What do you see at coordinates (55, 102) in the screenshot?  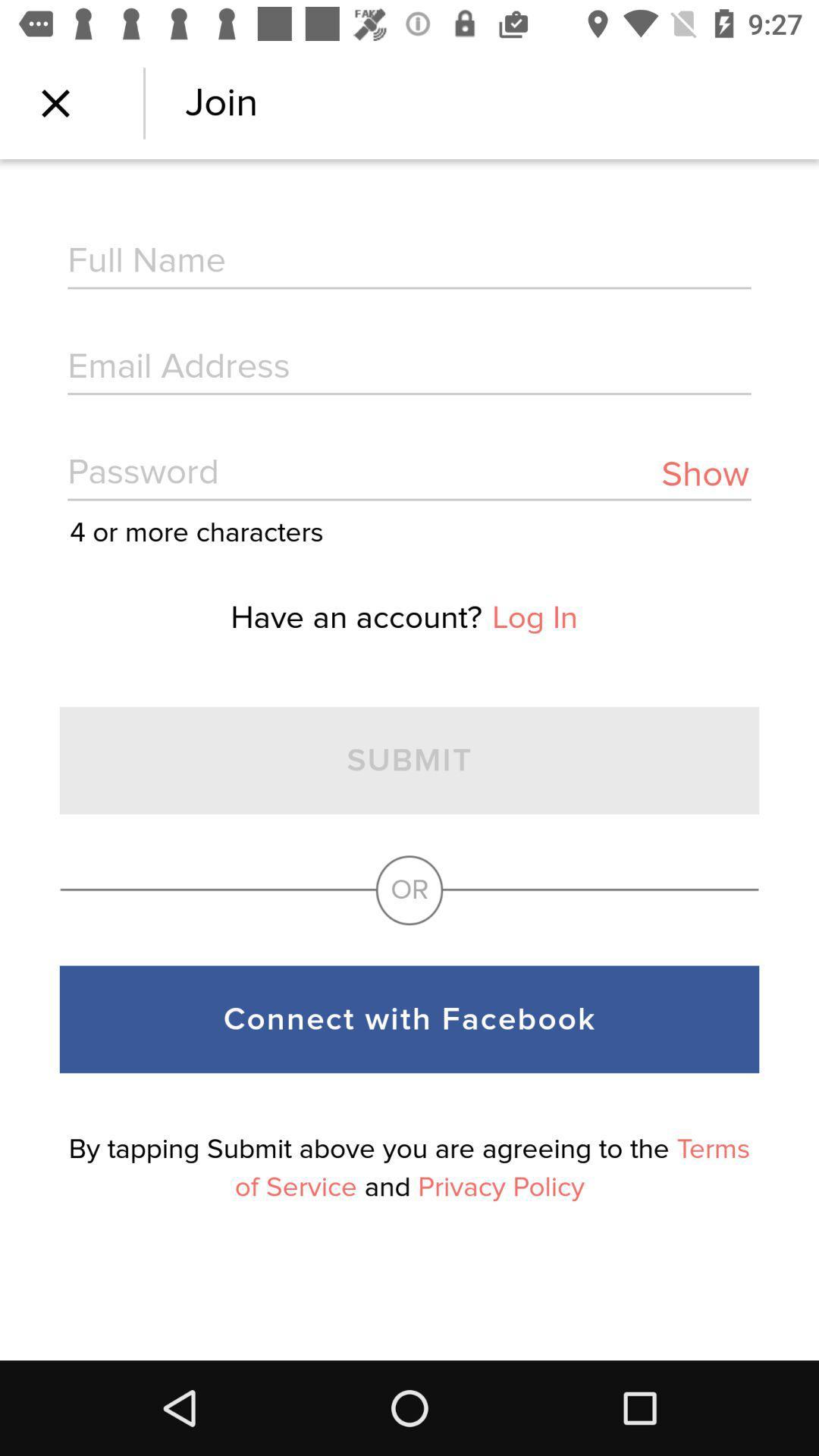 I see `the page` at bounding box center [55, 102].